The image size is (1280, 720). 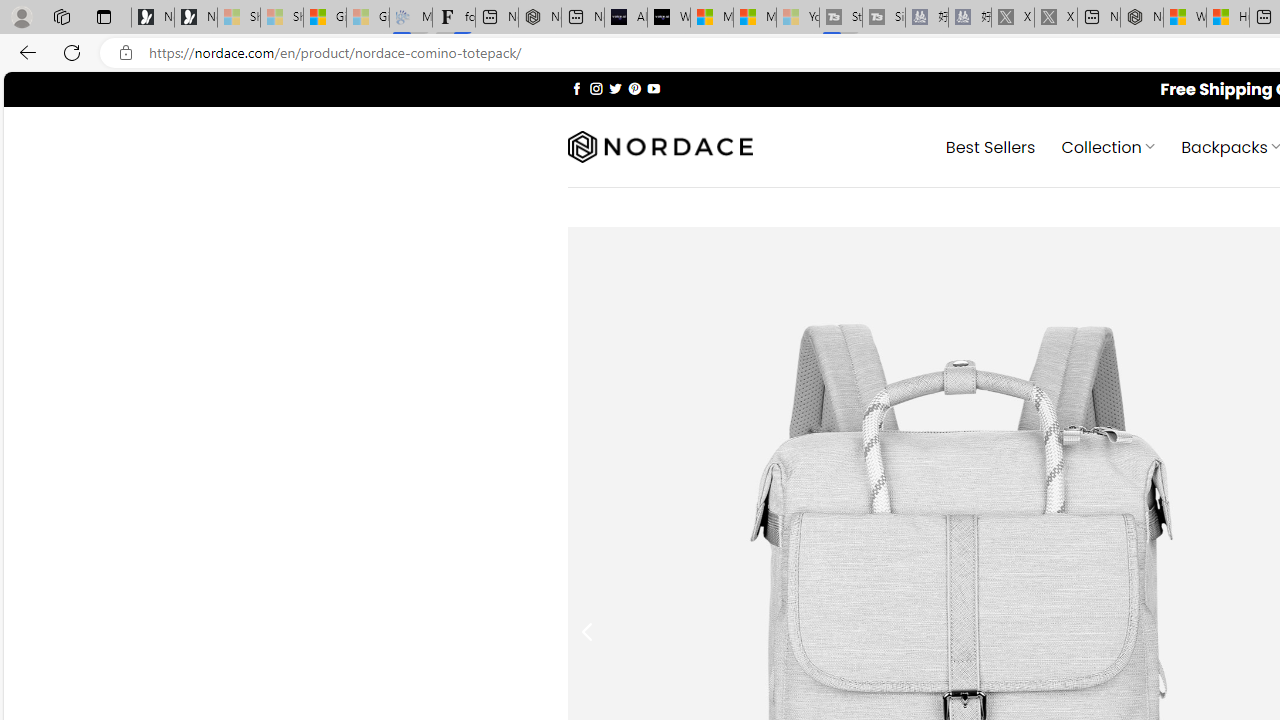 I want to click on 'Streaming Coverage | T3 - Sleeping', so click(x=840, y=17).